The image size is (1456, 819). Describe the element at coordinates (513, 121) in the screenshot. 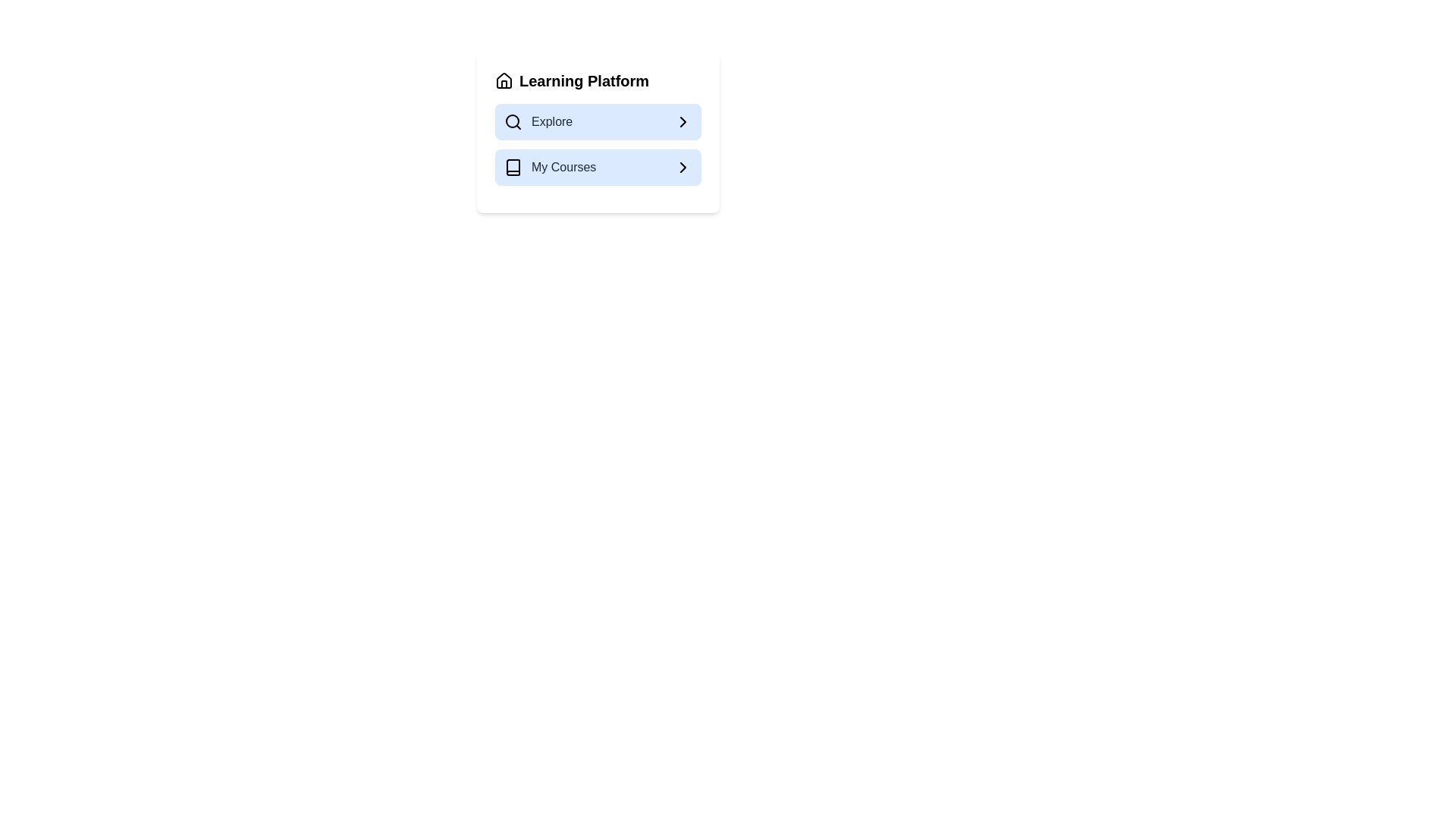

I see `the 'Explore' icon located to the left of the text within the vertically arranged menu` at that location.